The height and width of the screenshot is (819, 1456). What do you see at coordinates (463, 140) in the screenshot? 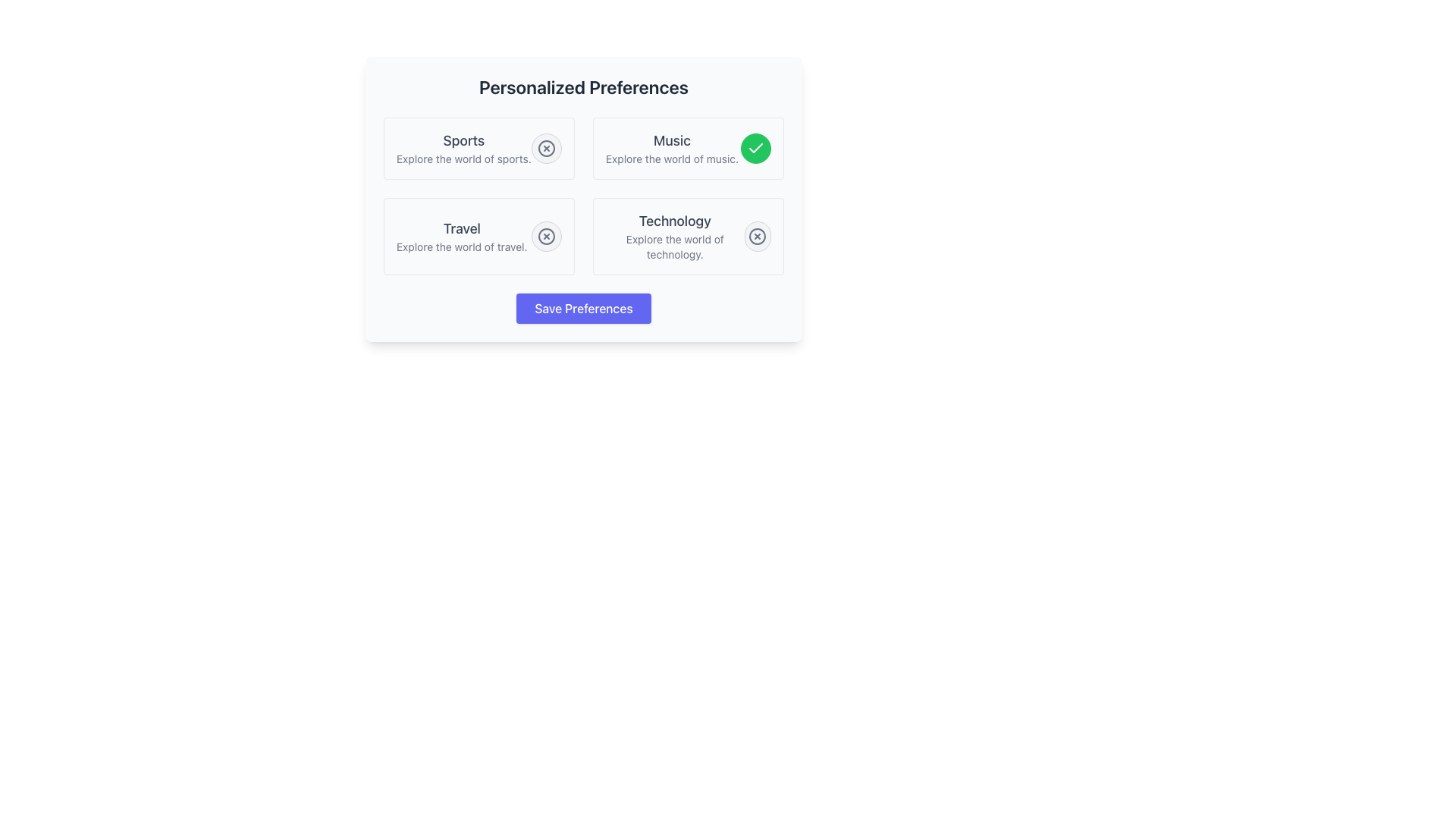
I see `the Static Text element that serves as a header for the Sports preference option, located in the top-left quadrant of the grid layout` at bounding box center [463, 140].